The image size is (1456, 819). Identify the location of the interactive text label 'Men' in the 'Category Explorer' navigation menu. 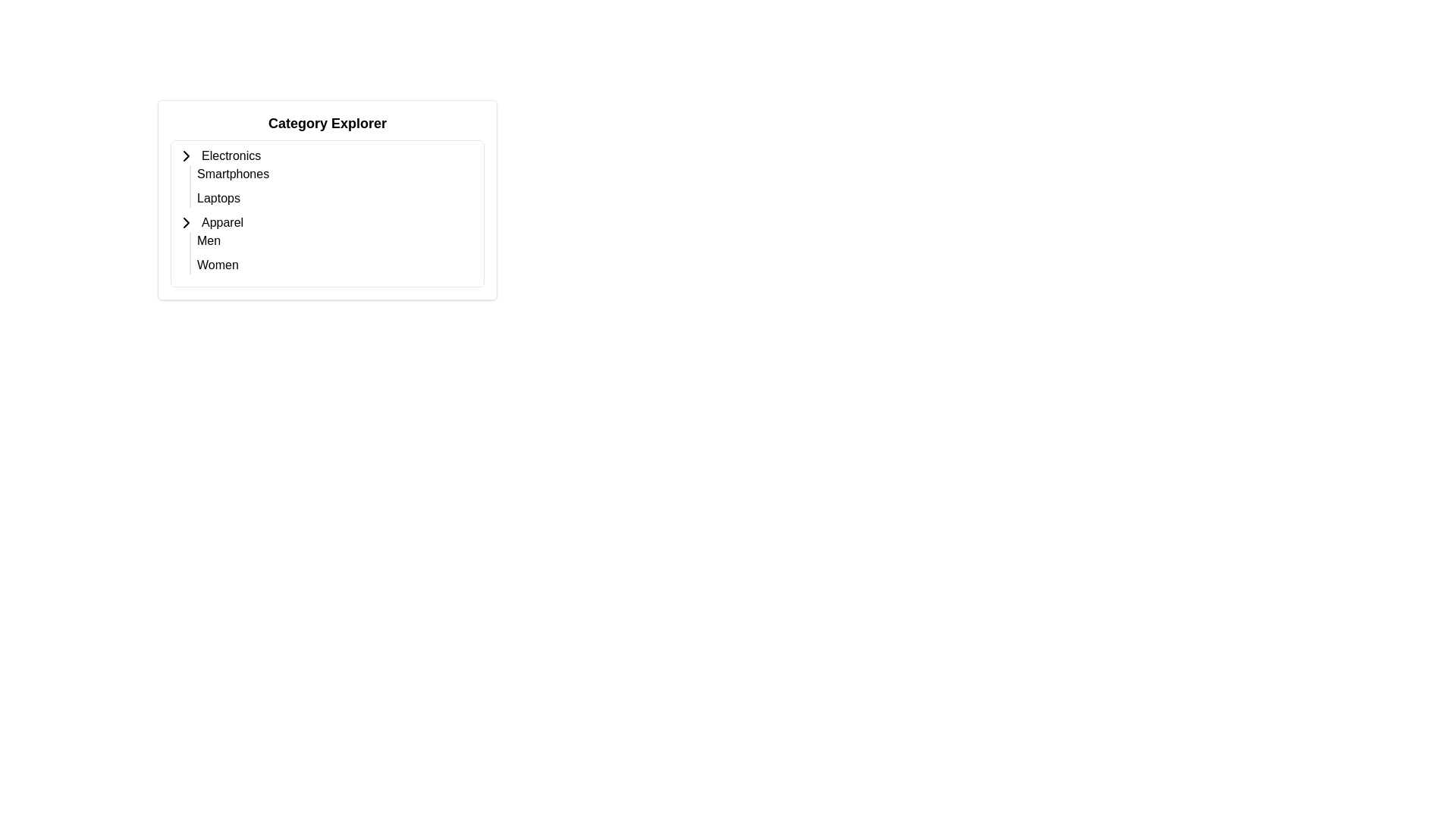
(208, 240).